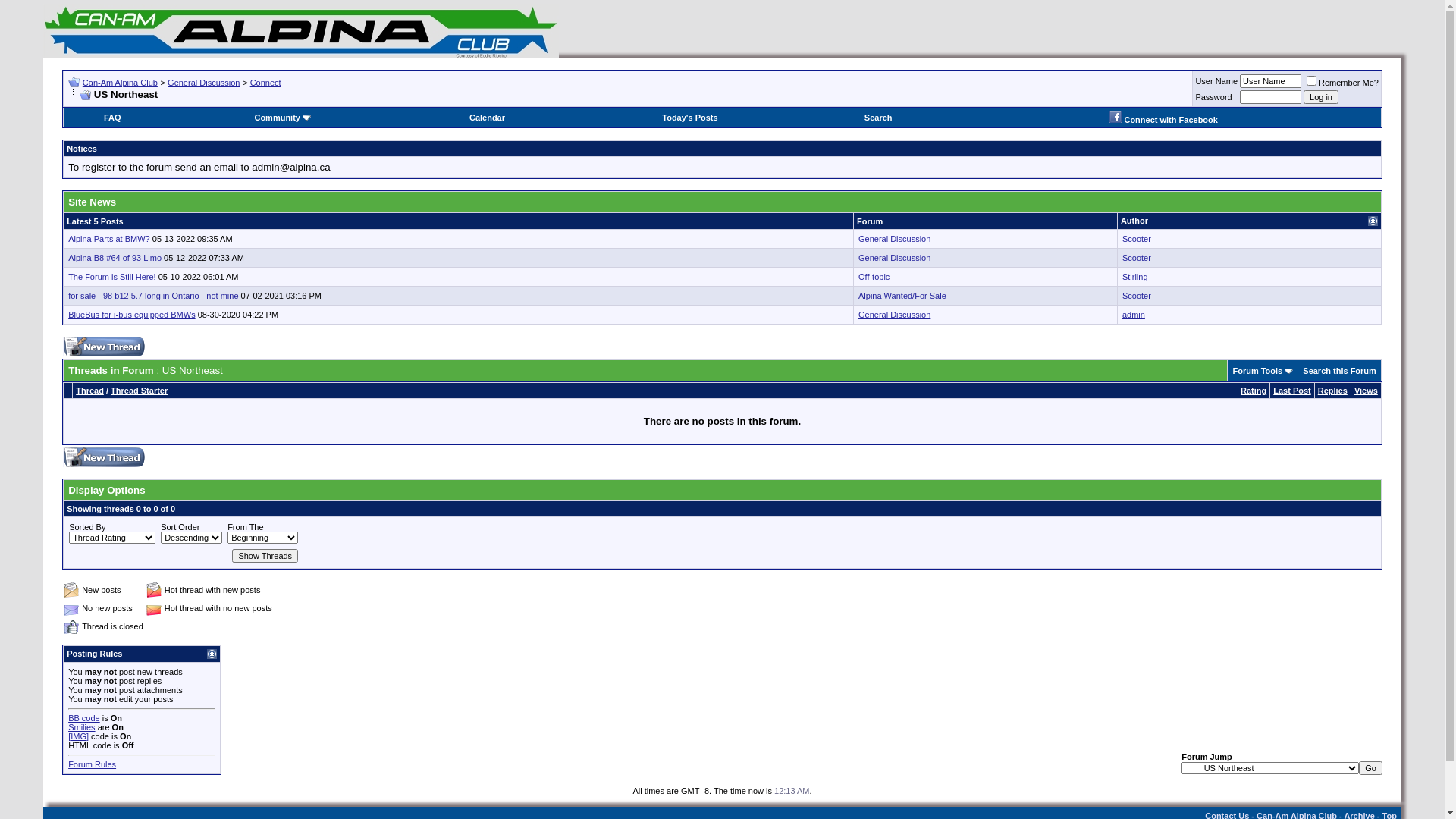 The width and height of the screenshot is (1456, 819). Describe the element at coordinates (80, 726) in the screenshot. I see `'Smilies'` at that location.